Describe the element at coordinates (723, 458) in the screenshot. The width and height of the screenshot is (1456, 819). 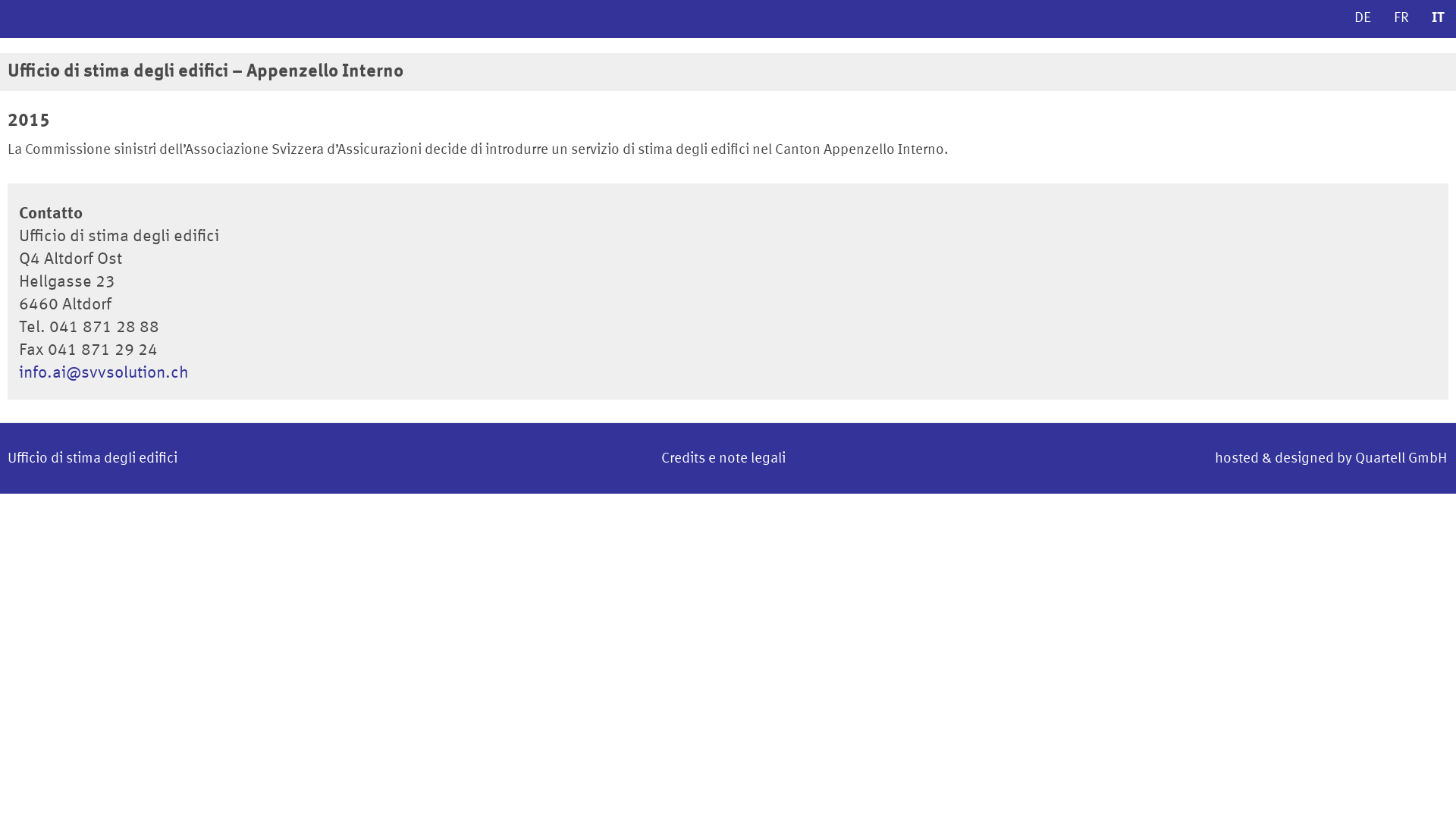
I see `'Credits e note legali'` at that location.